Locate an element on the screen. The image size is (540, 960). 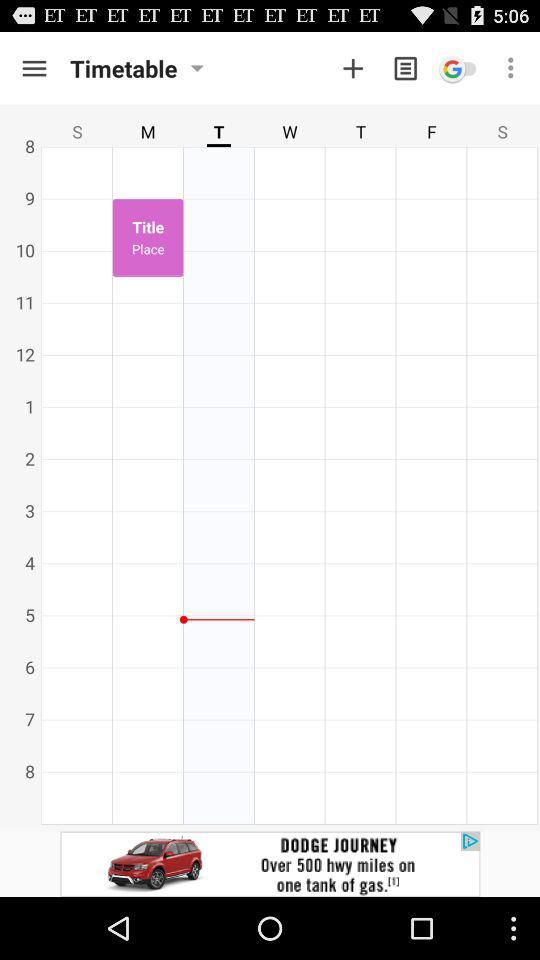
advertisement is located at coordinates (270, 863).